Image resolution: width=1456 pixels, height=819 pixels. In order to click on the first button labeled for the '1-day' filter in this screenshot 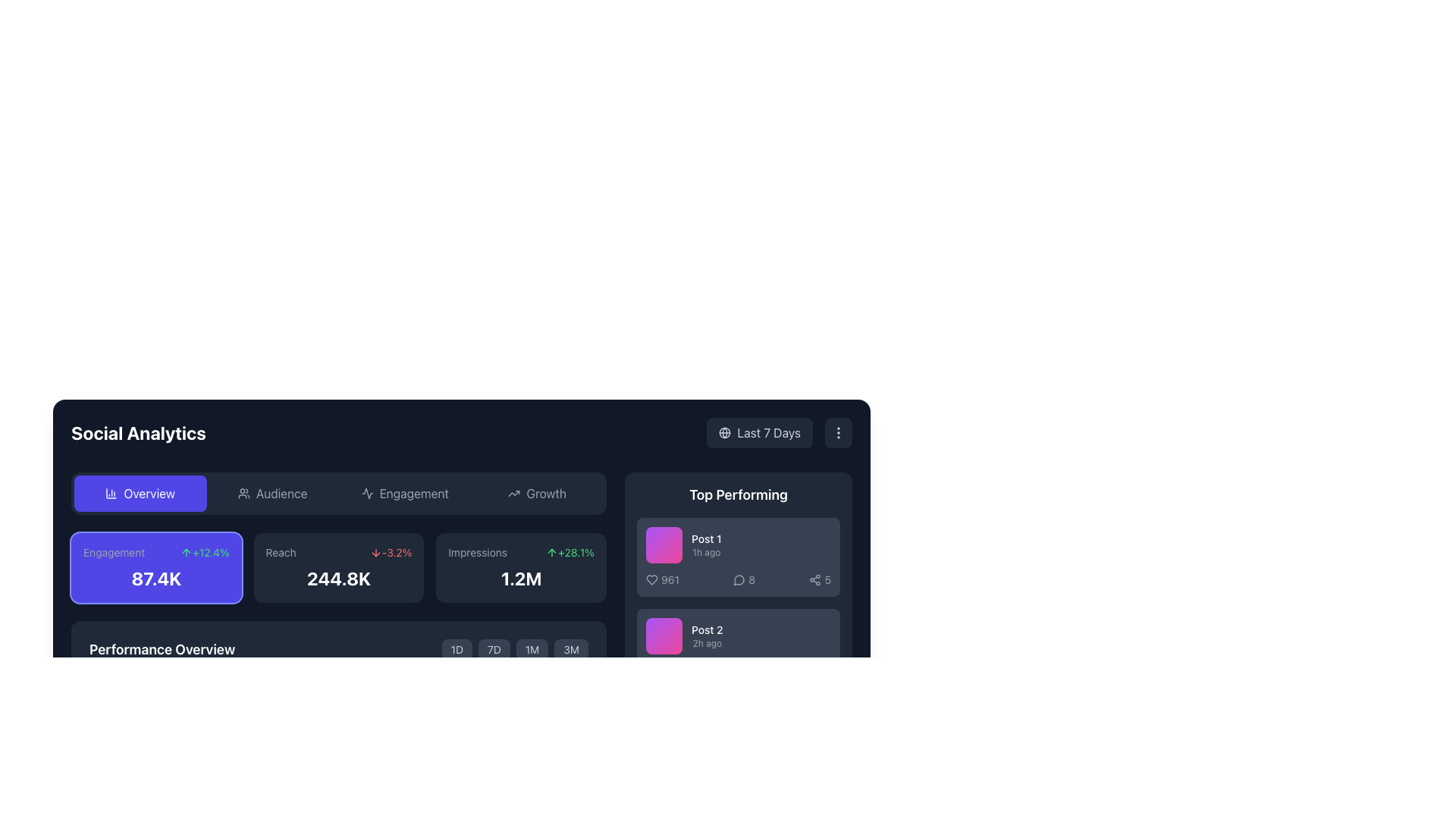, I will do `click(456, 648)`.